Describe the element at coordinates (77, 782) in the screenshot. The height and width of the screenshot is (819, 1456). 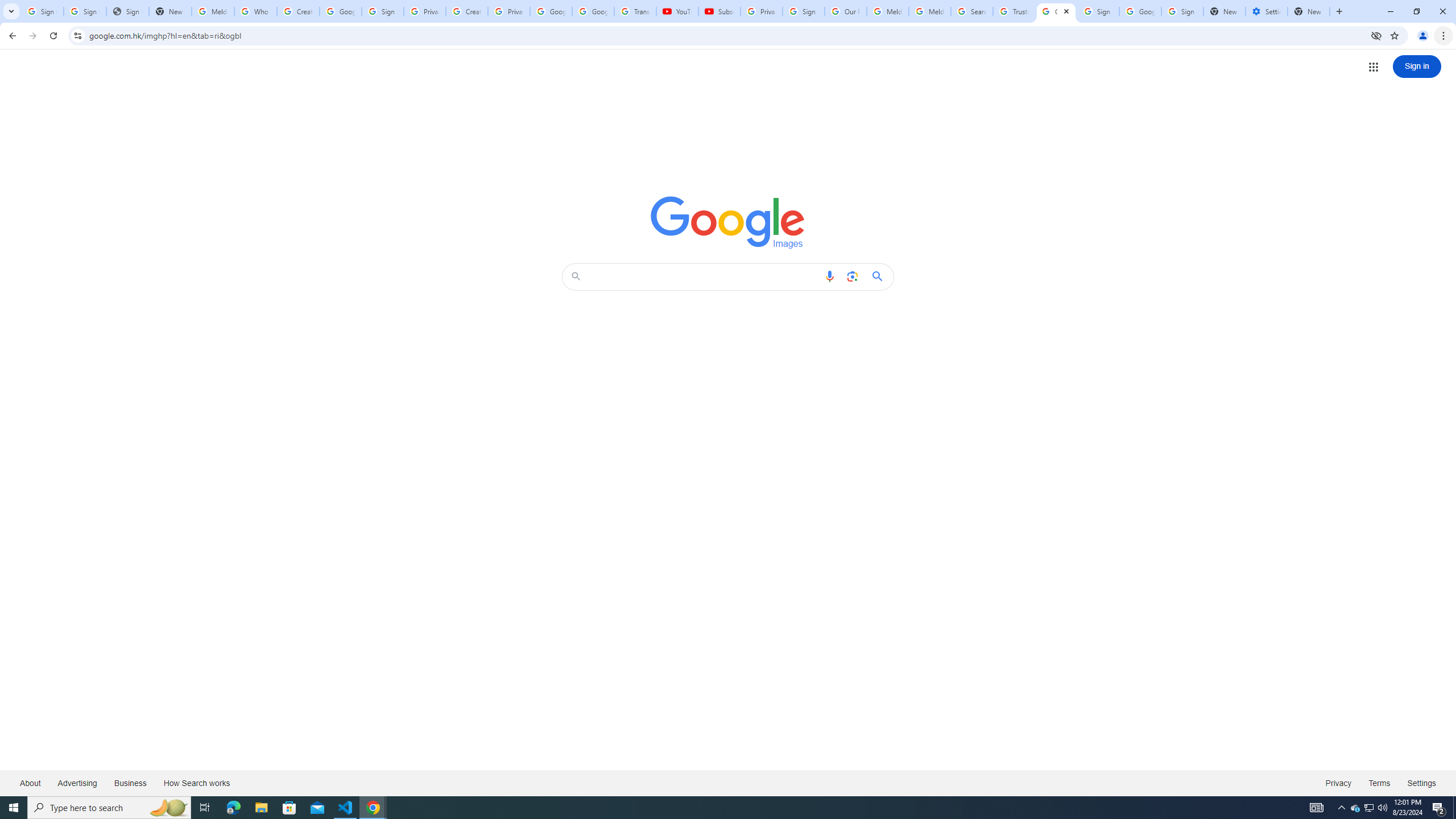
I see `'Advertising'` at that location.